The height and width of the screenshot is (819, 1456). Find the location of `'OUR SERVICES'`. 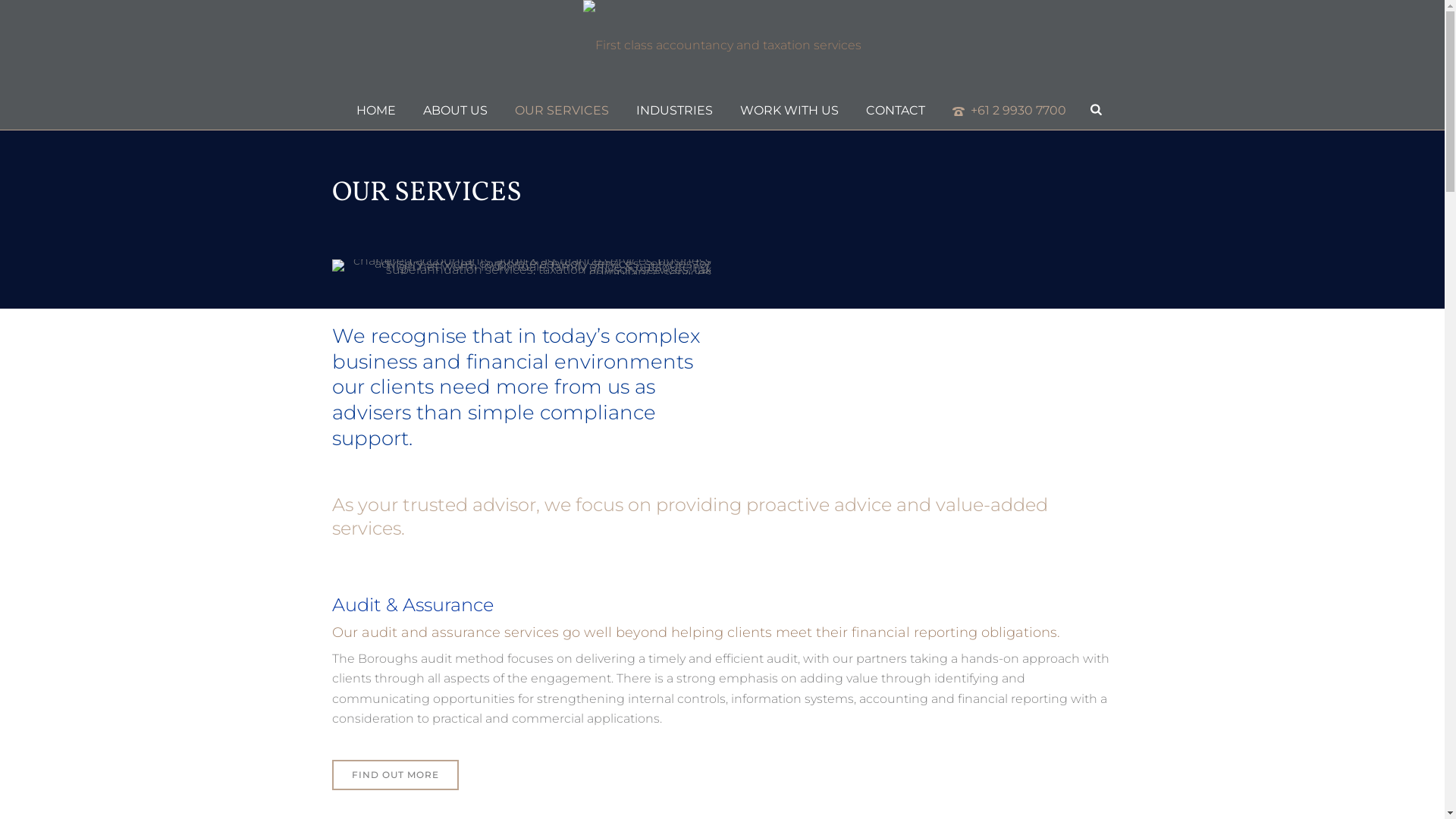

'OUR SERVICES' is located at coordinates (560, 109).